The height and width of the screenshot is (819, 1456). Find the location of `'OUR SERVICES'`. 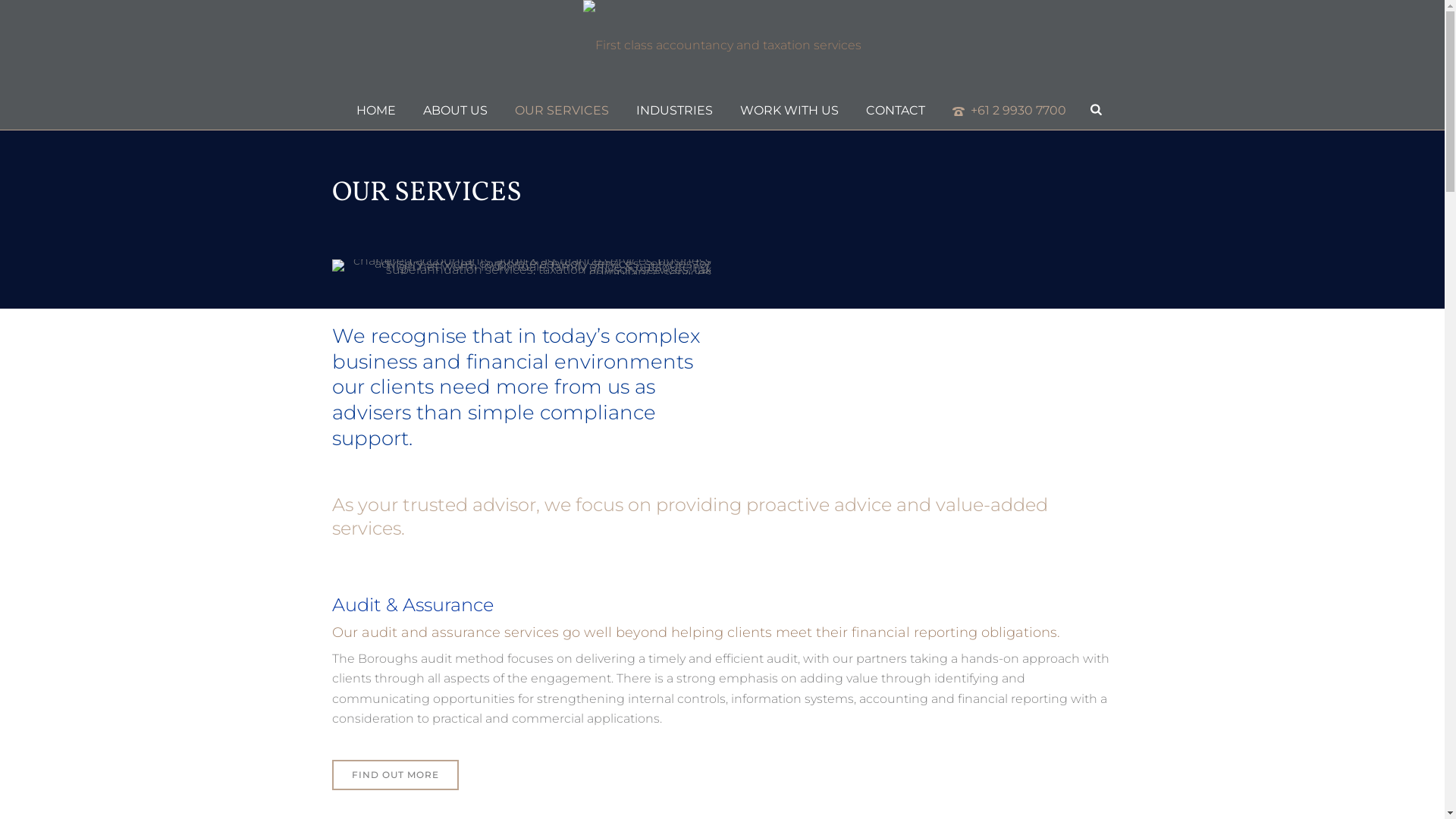

'OUR SERVICES' is located at coordinates (560, 109).